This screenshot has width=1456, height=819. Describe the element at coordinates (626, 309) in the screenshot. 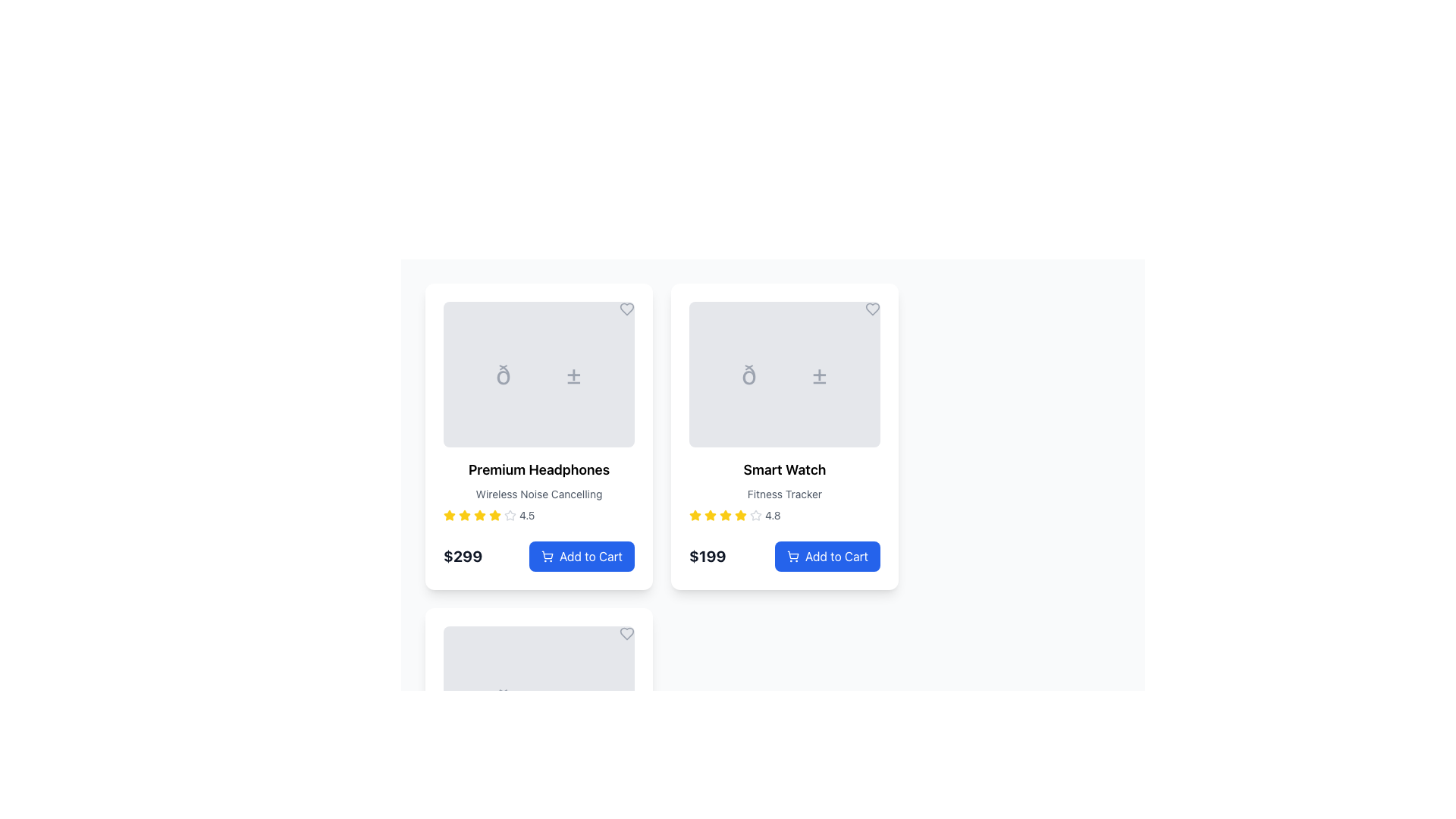

I see `the heart-shaped icon in the top-right corner of the 'Premium Headphones' card to trigger a visual change` at that location.